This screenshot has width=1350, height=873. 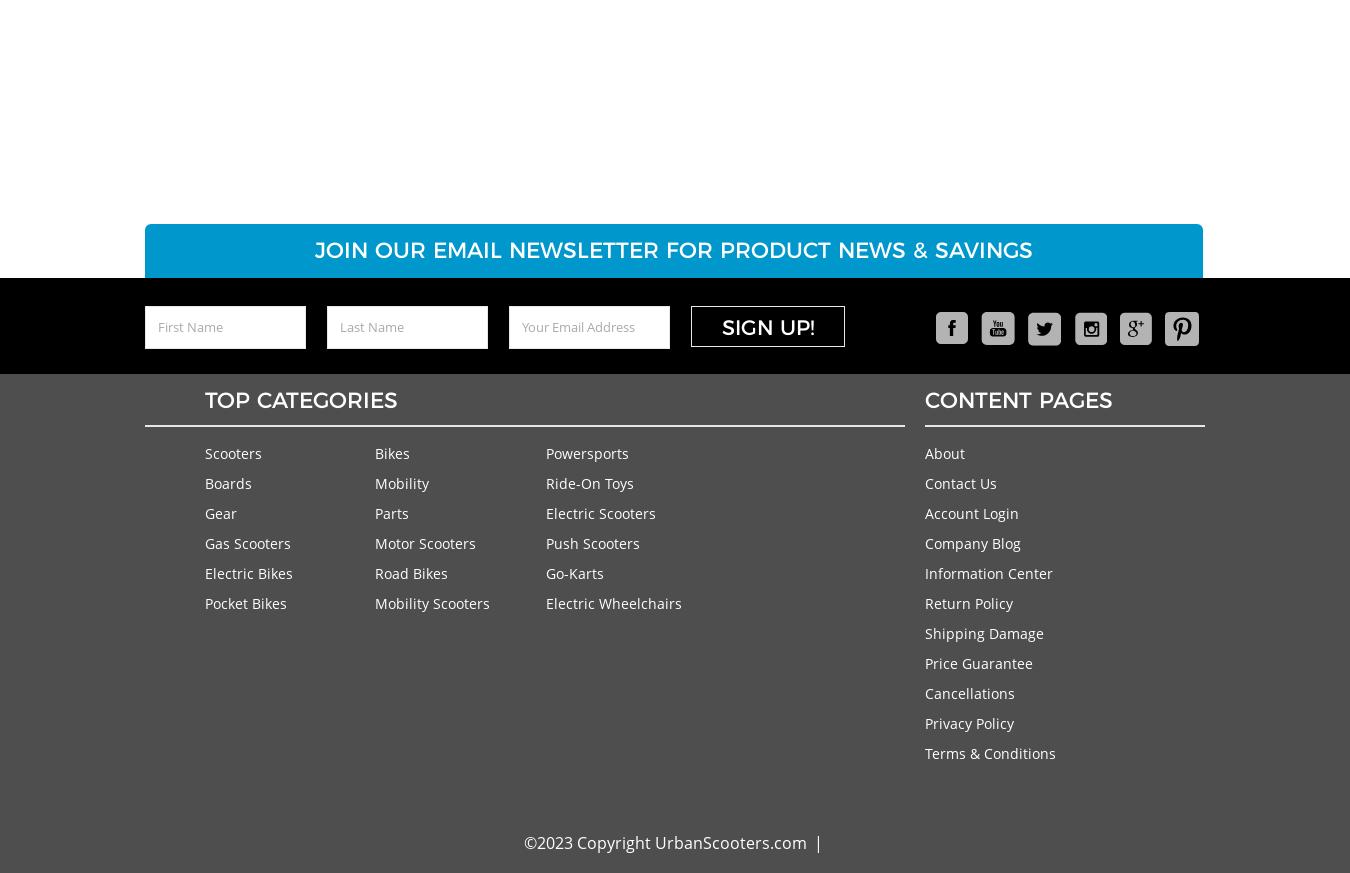 What do you see at coordinates (934, 372) in the screenshot?
I see `'Facebook'` at bounding box center [934, 372].